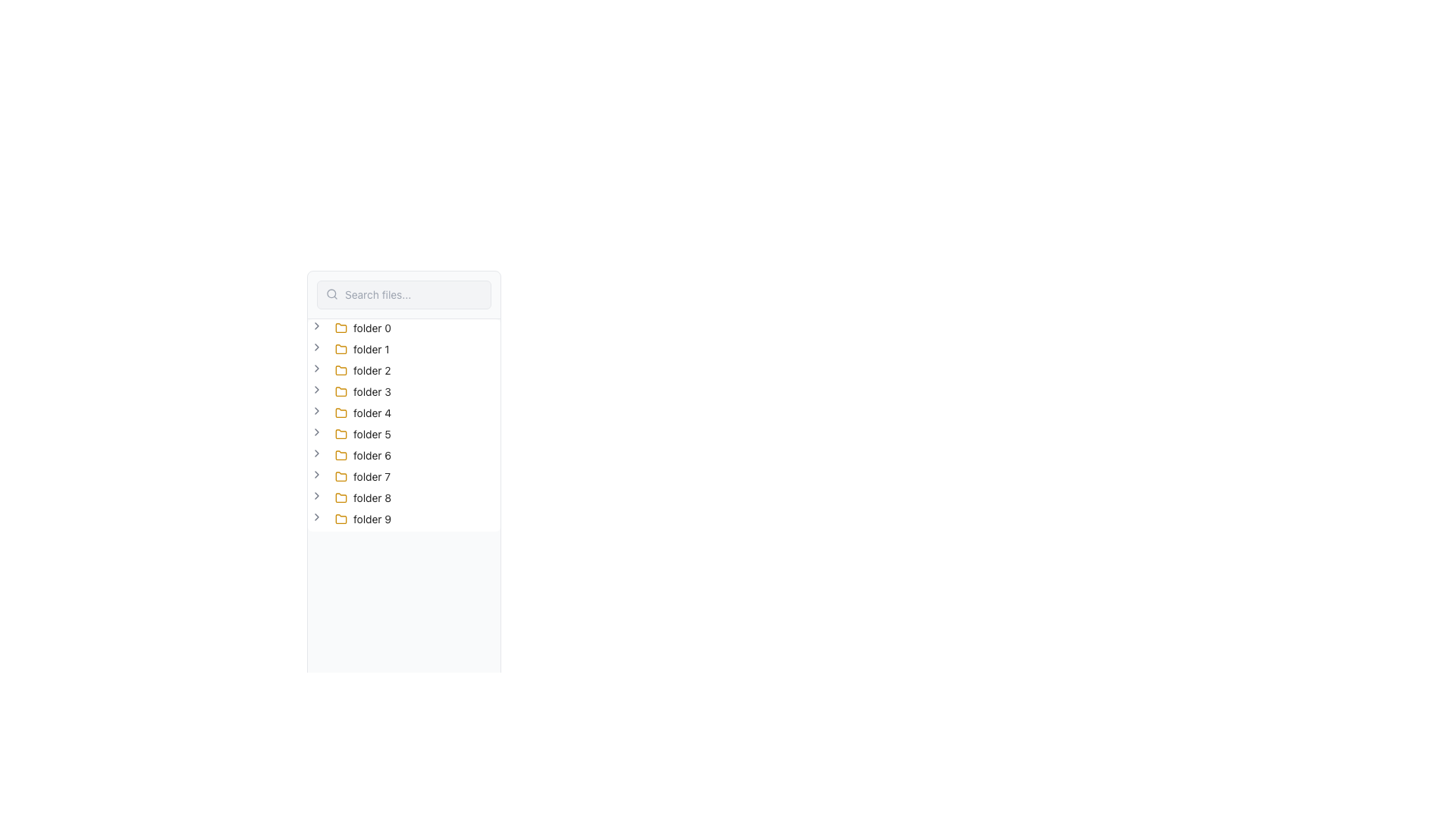 The height and width of the screenshot is (819, 1456). I want to click on the folder icon representing 'folder 2', so click(340, 370).